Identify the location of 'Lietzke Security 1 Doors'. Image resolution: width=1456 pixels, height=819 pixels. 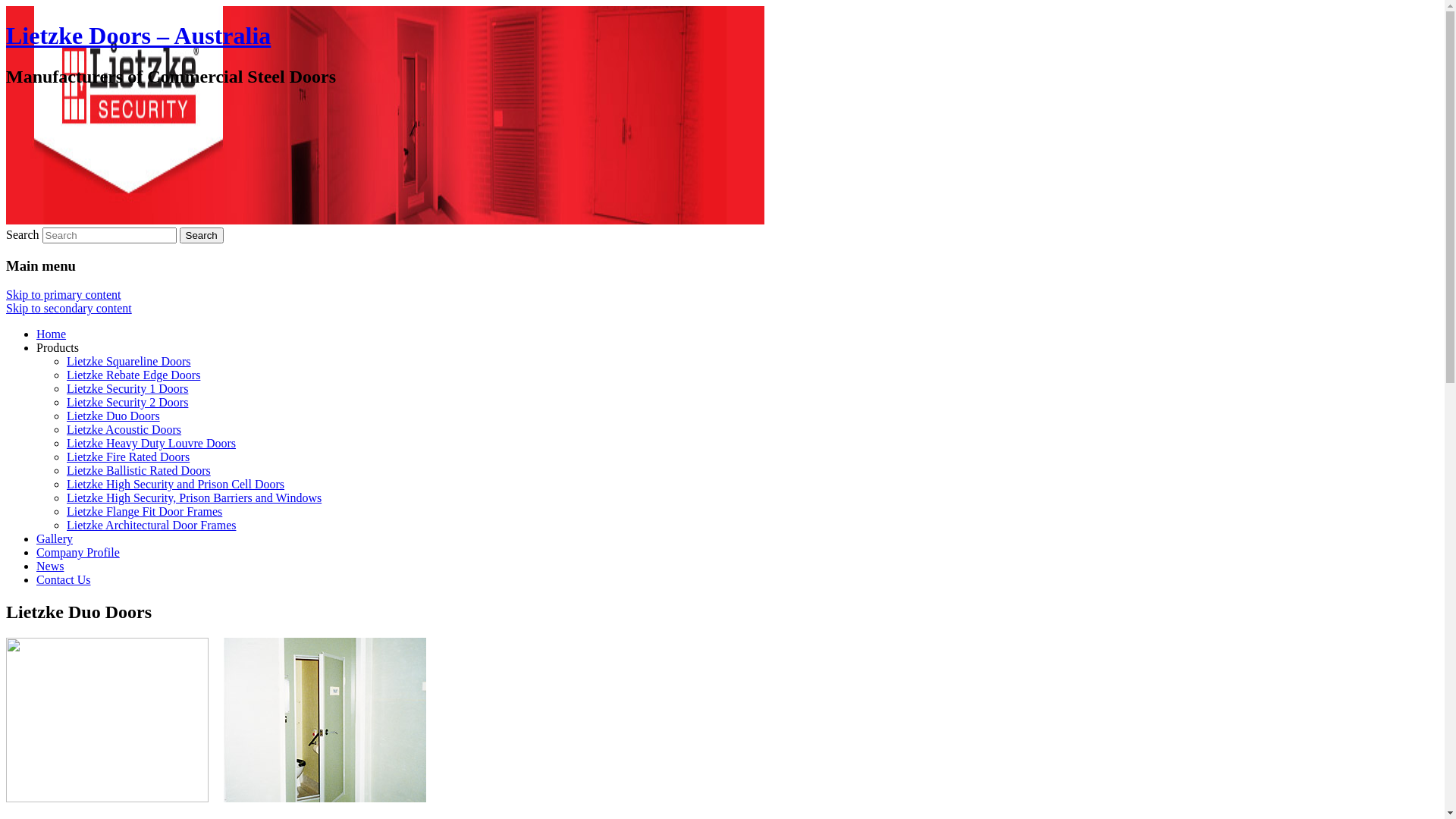
(127, 388).